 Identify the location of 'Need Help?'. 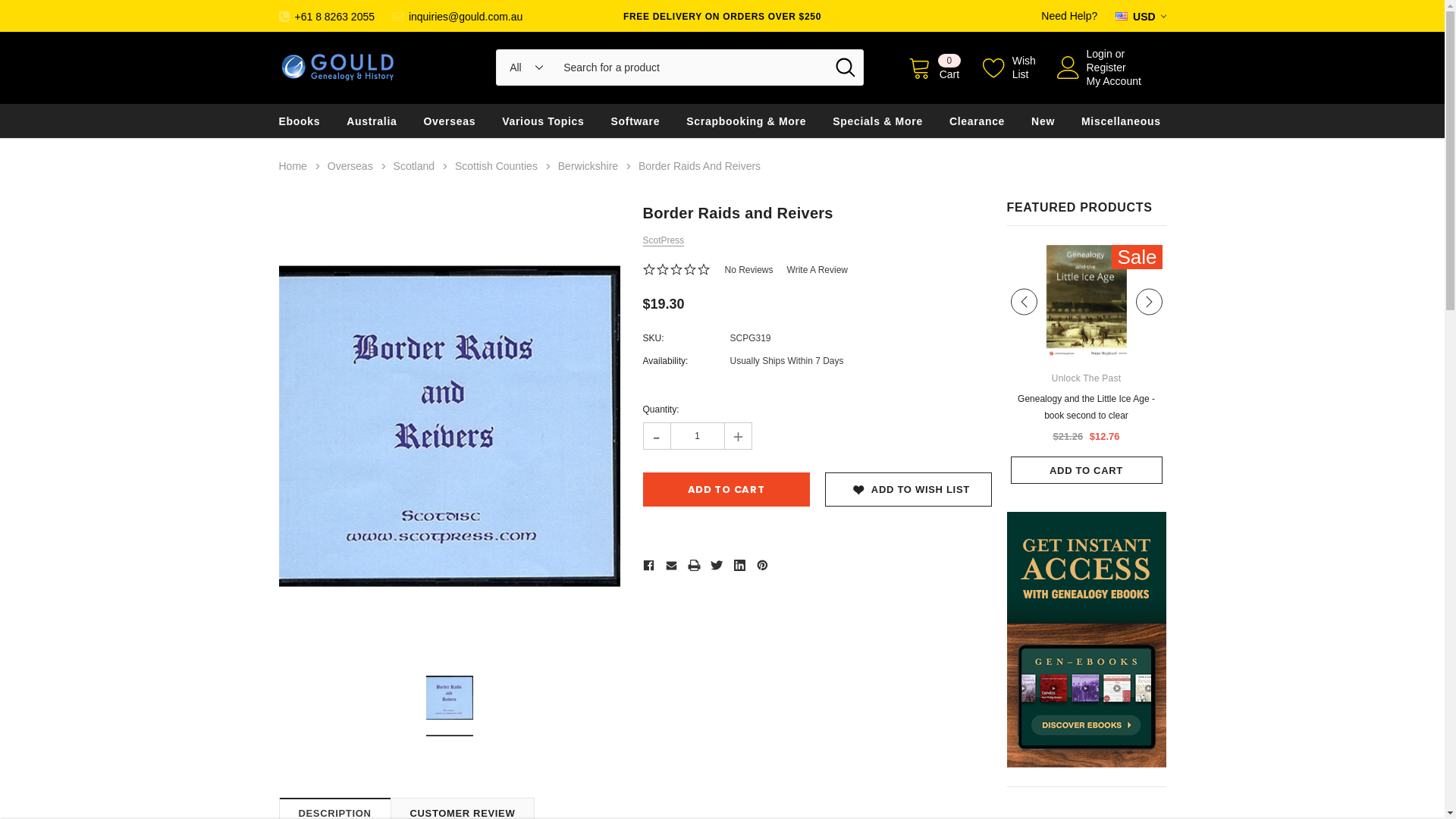
(1068, 15).